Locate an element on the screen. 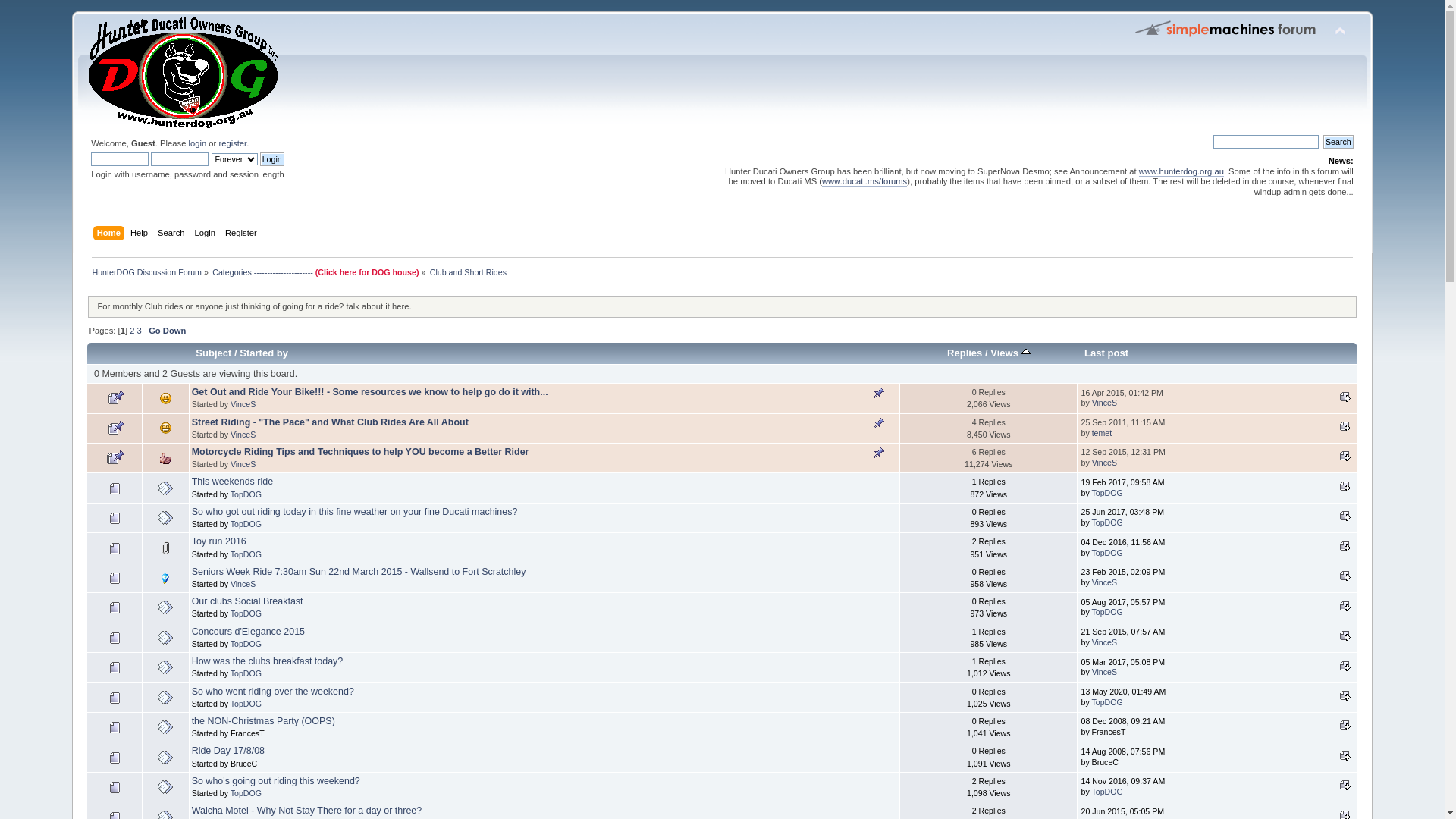 This screenshot has width=1456, height=819. 'Simple Machines Forum' is located at coordinates (1226, 28).